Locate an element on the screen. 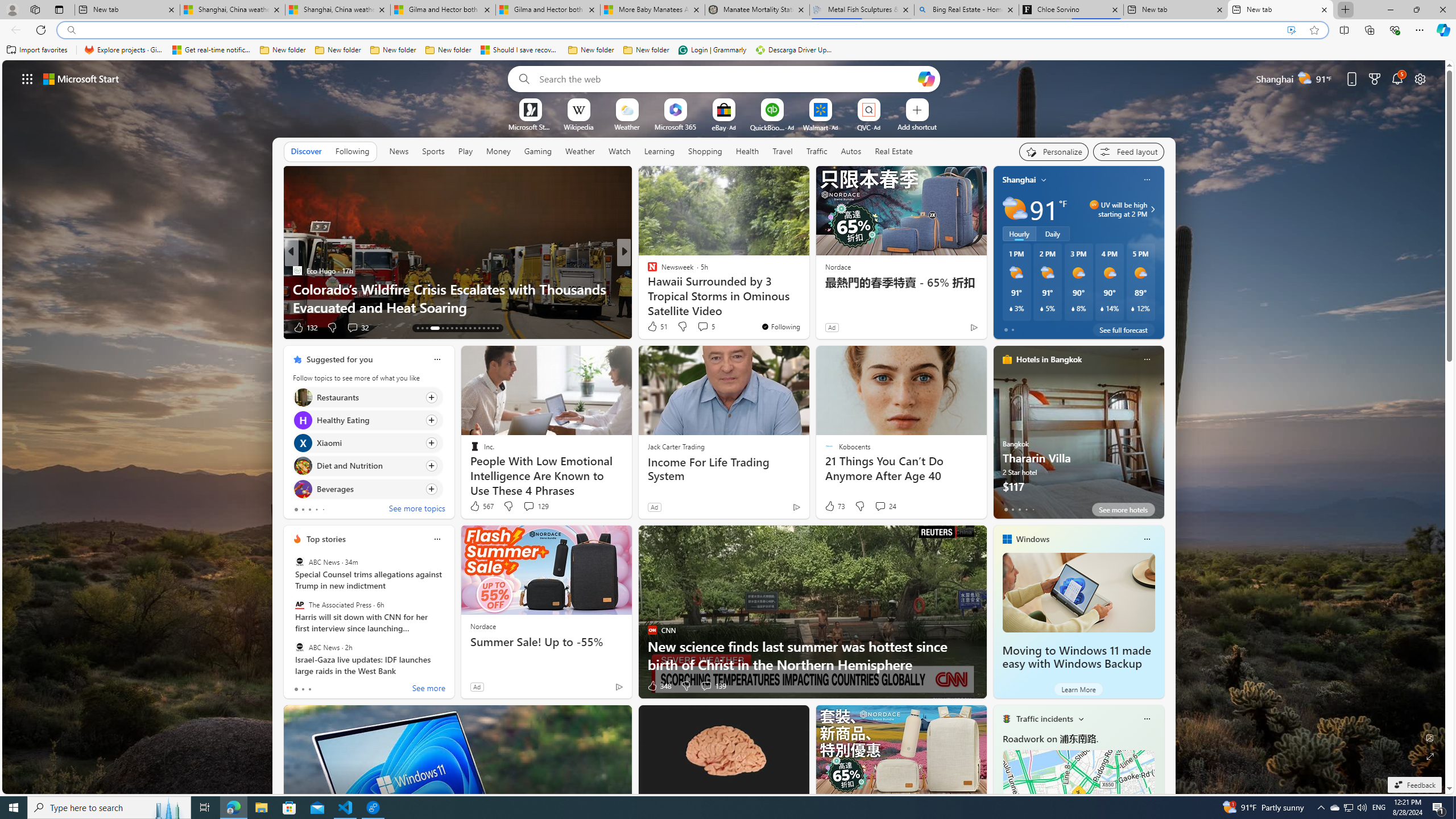  'Search icon' is located at coordinates (71, 30).